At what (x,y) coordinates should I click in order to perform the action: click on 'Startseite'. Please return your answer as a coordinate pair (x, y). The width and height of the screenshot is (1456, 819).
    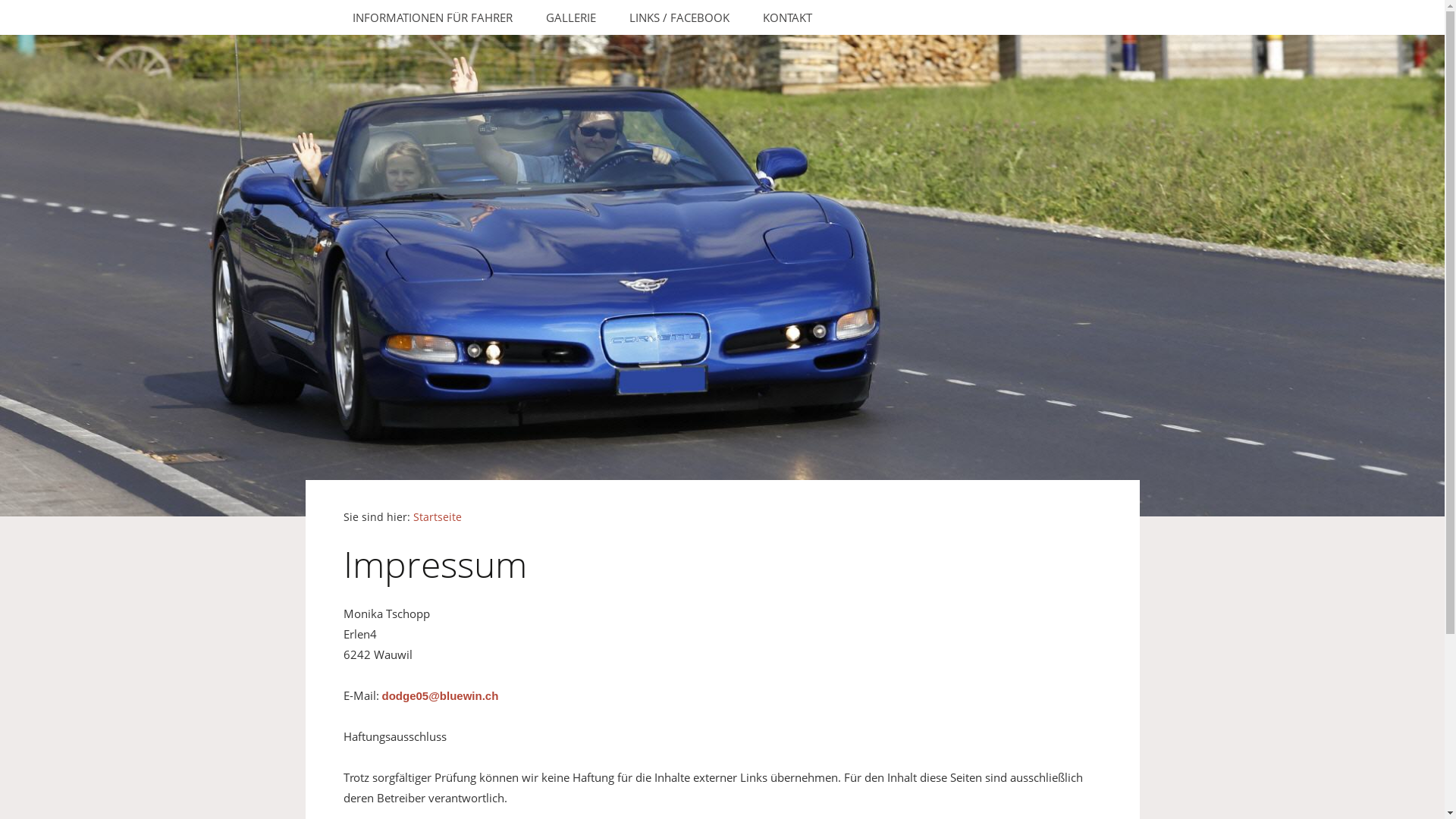
    Looking at the image, I should click on (436, 516).